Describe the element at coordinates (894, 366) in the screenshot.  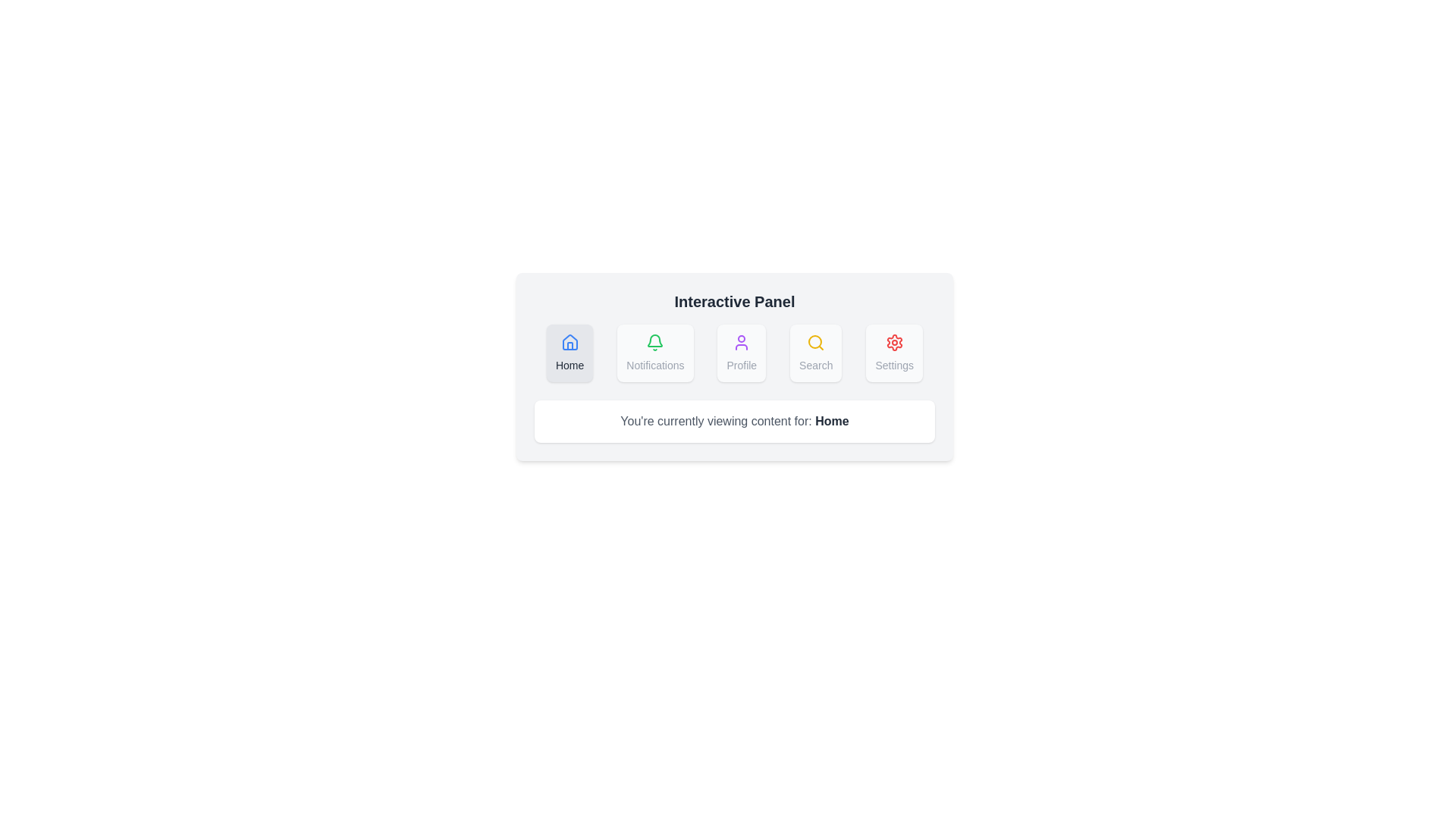
I see `text label that says 'Settings', which is styled with a medium font weight in gray color and located beneath a gear icon in a button-like area` at that location.